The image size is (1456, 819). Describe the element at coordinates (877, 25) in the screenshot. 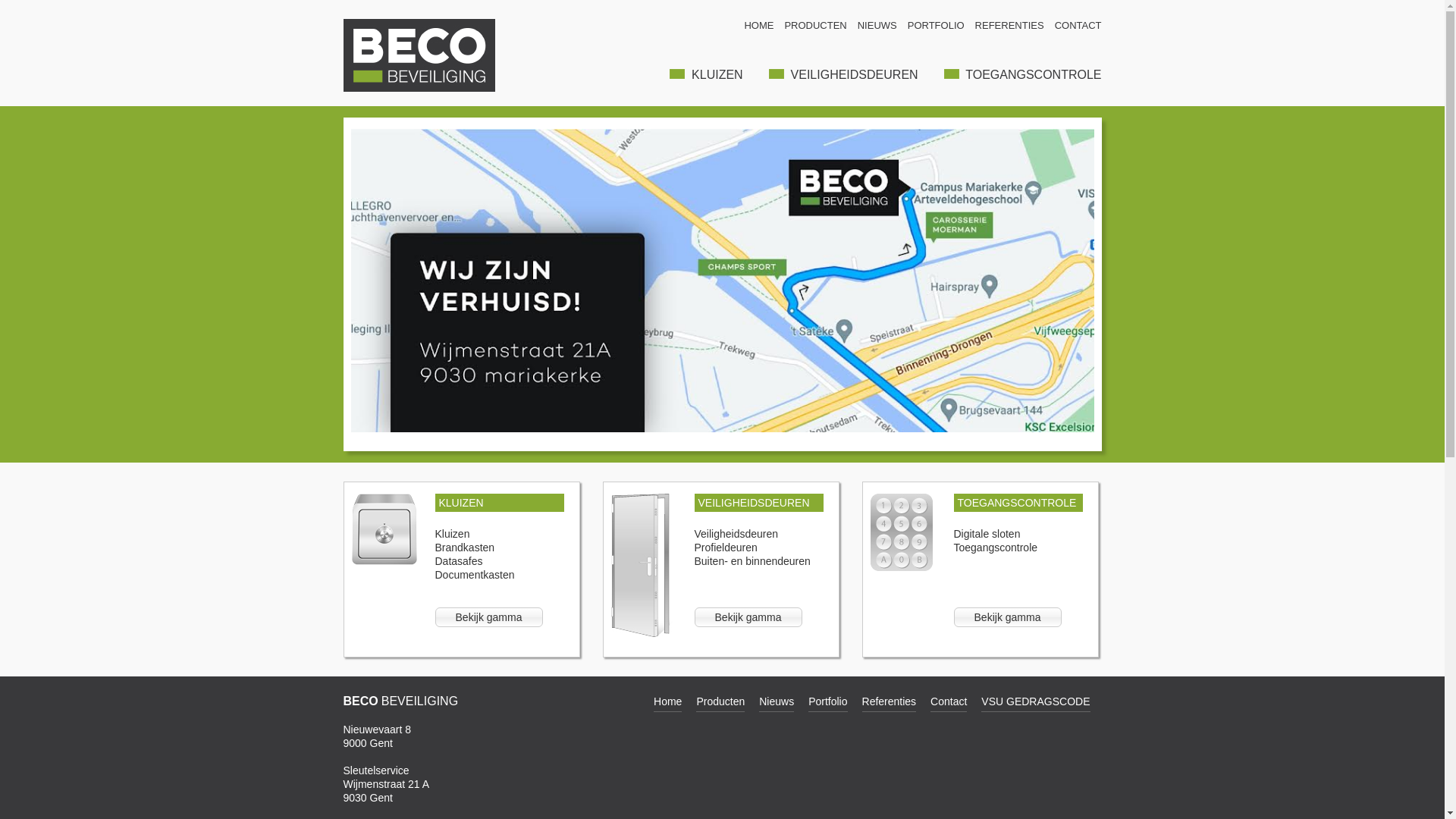

I see `'NIEUWS'` at that location.